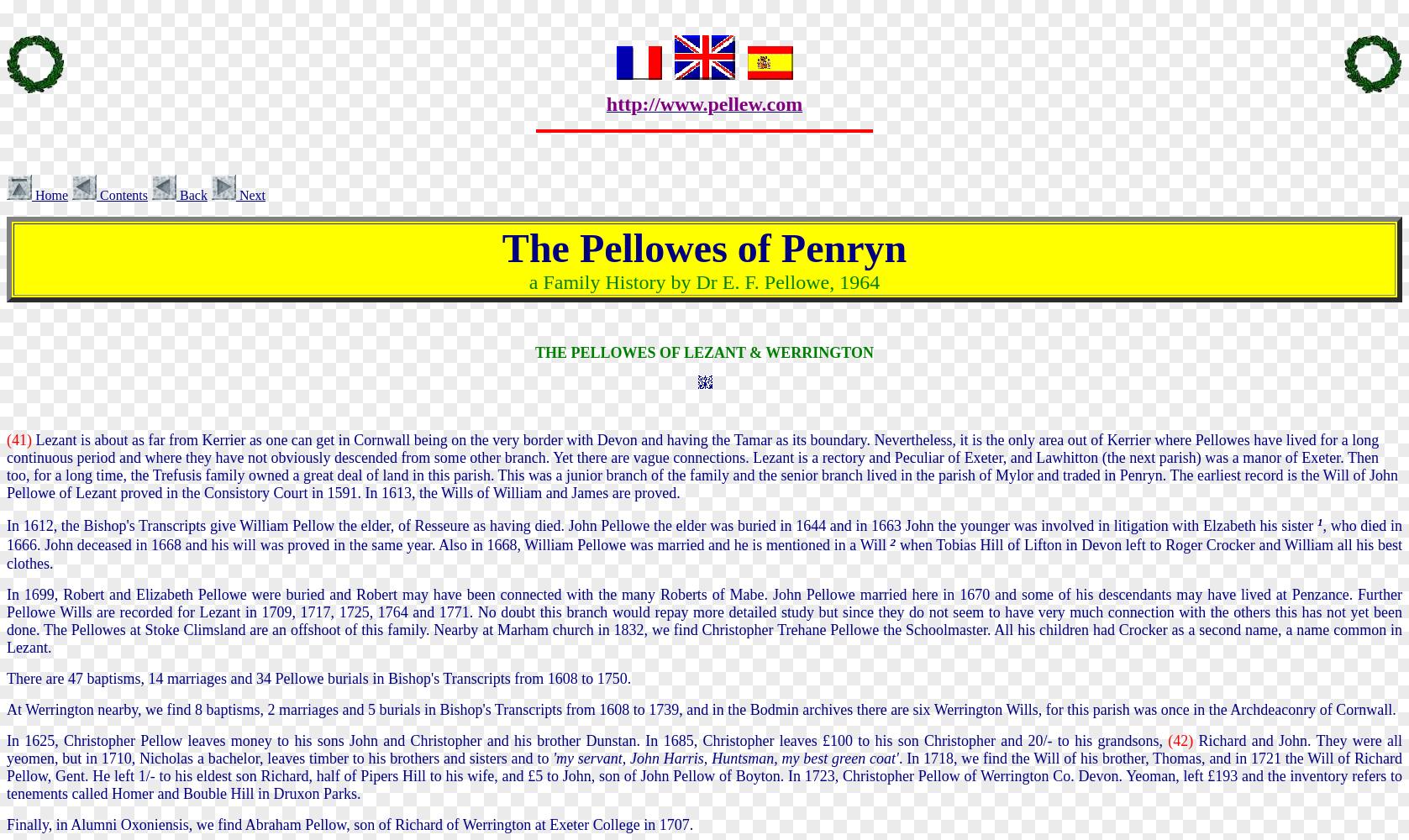  Describe the element at coordinates (704, 775) in the screenshot. I see `'. In 1718, we find the Will of his brother, Thomas, and
in 1721 the Will of Richard Pellow, Gent. He left 1/- to his eldest son Richard,
half of Pipers Hill to his wife, and £5 to John, son of John Pellow of Boyton.
In 1723, Christopher Pellow of Werrington Co. Devon. Yeoman, left £193 and the
inventory refers to tenements called Homer and Bouble Hill in Druxon Parks.'` at that location.